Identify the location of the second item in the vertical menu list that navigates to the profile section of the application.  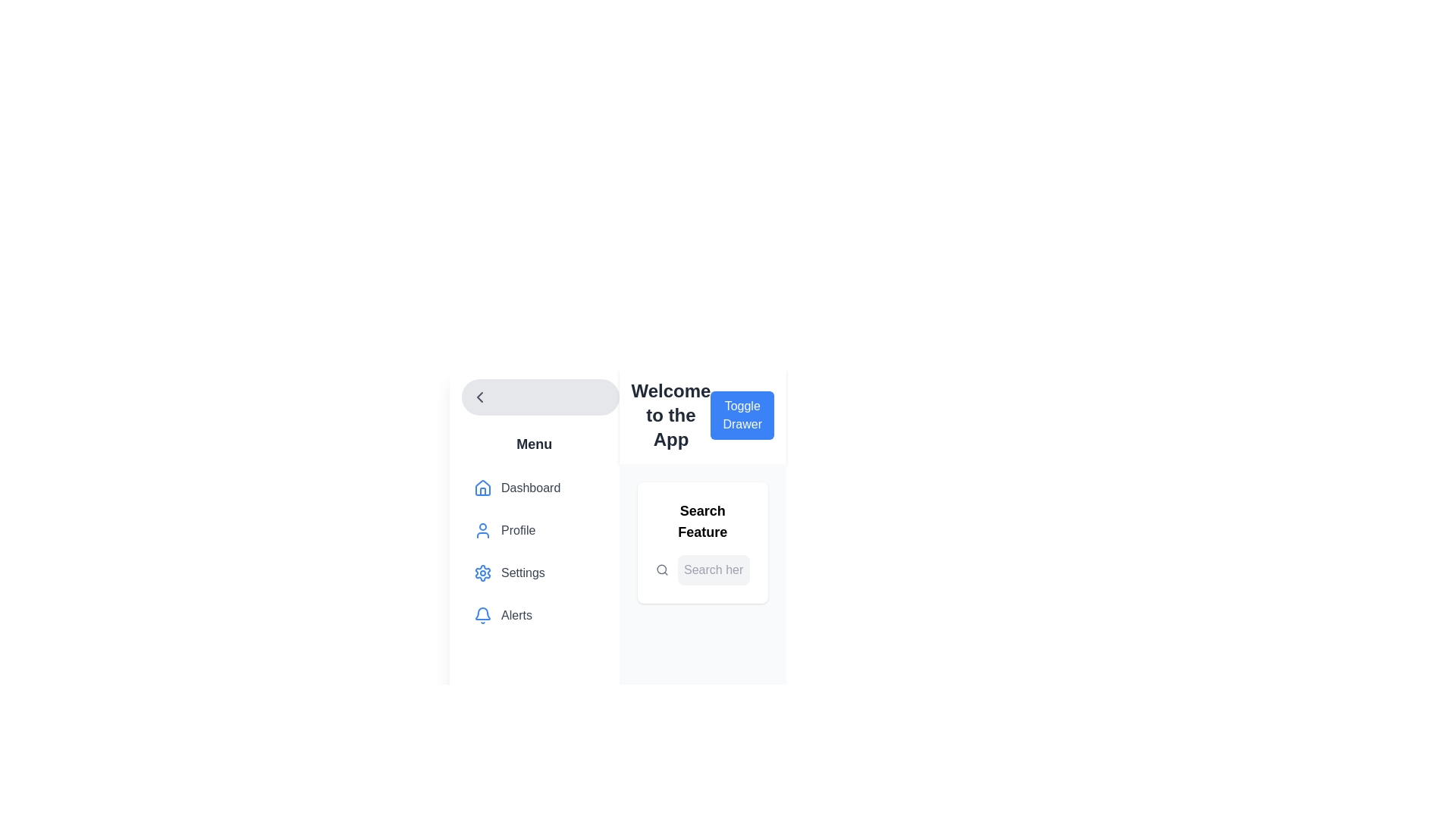
(534, 532).